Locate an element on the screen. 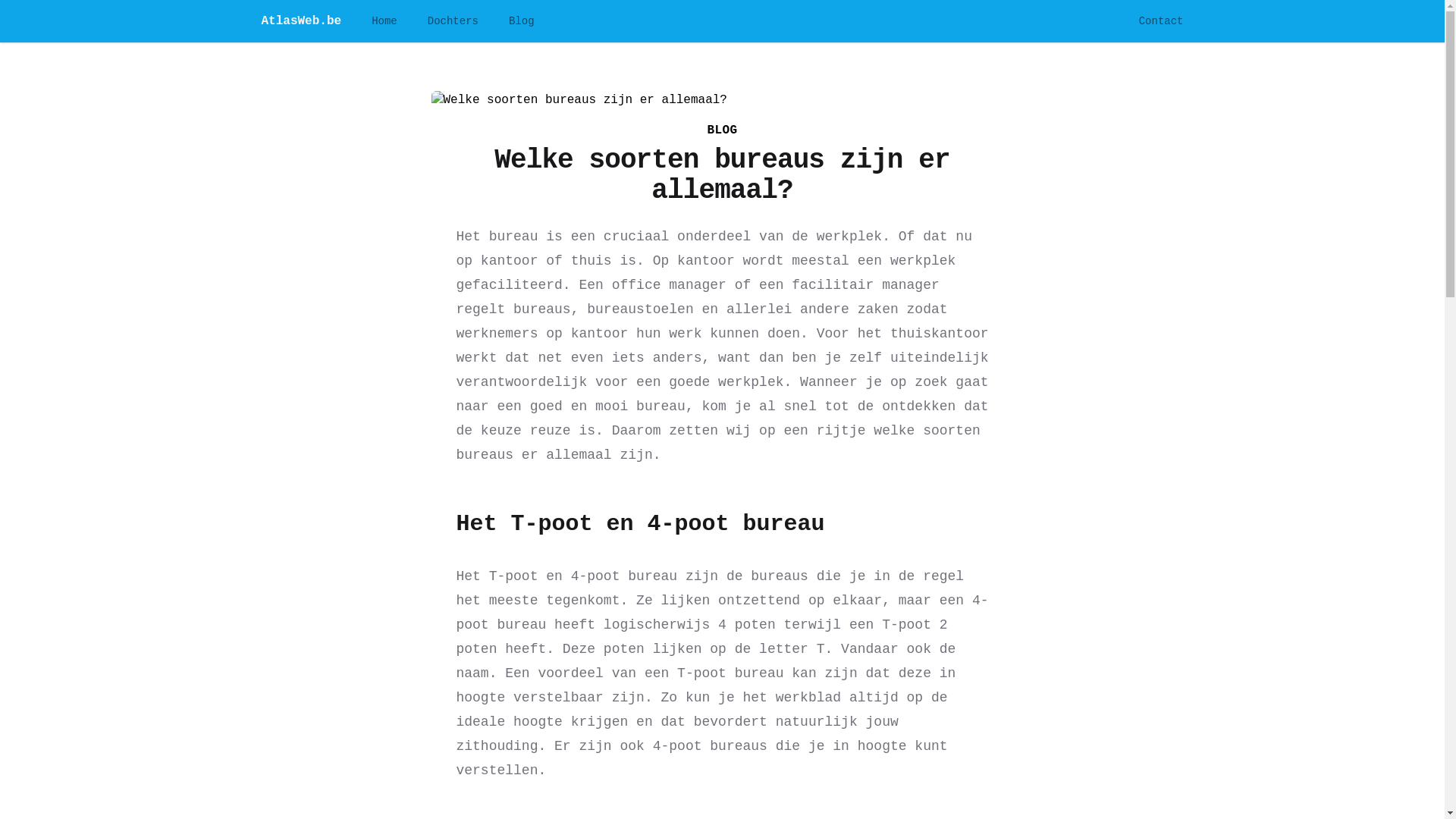 This screenshot has height=819, width=1456. 'Dochters' is located at coordinates (452, 20).